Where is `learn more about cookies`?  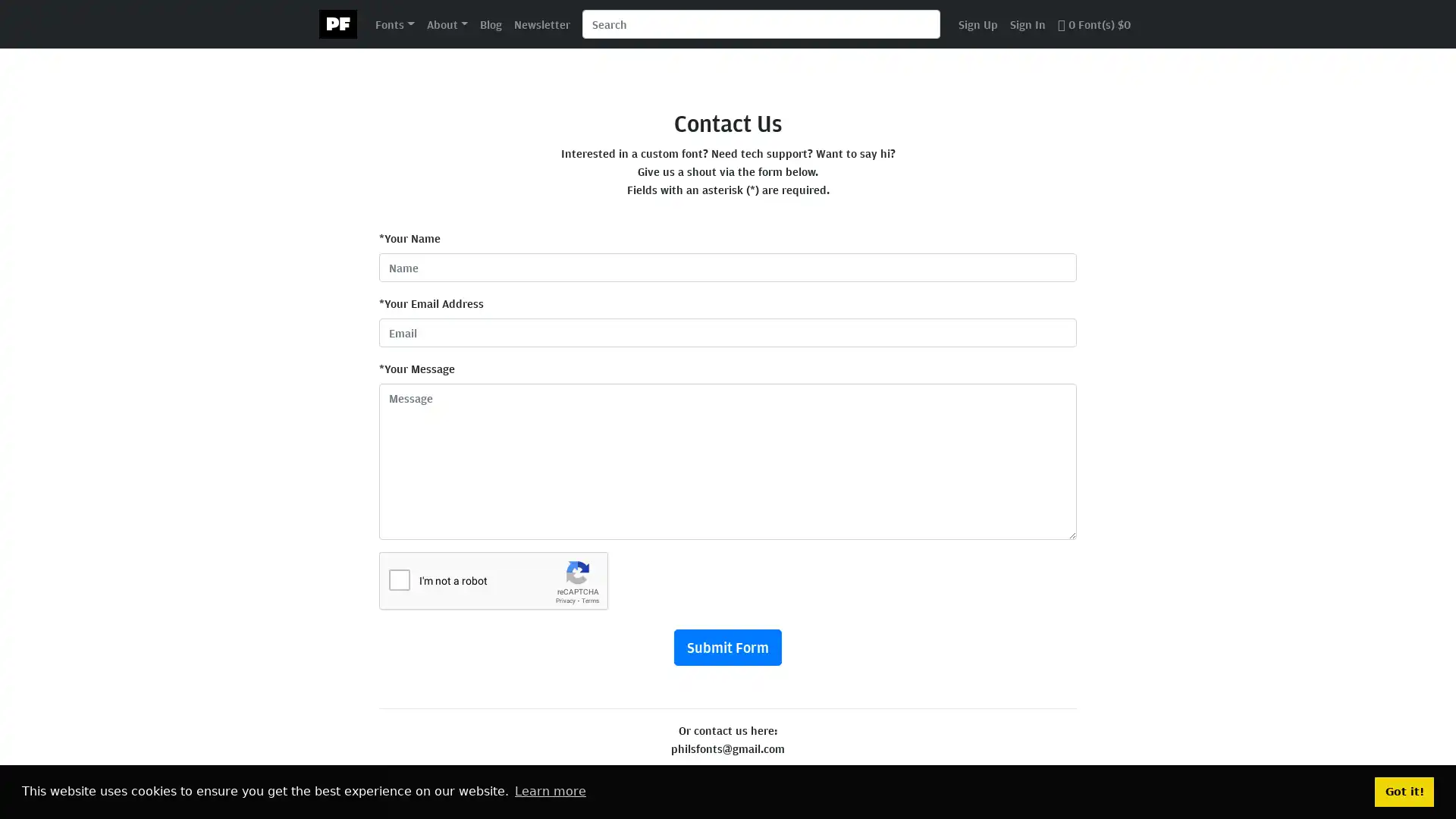 learn more about cookies is located at coordinates (549, 791).